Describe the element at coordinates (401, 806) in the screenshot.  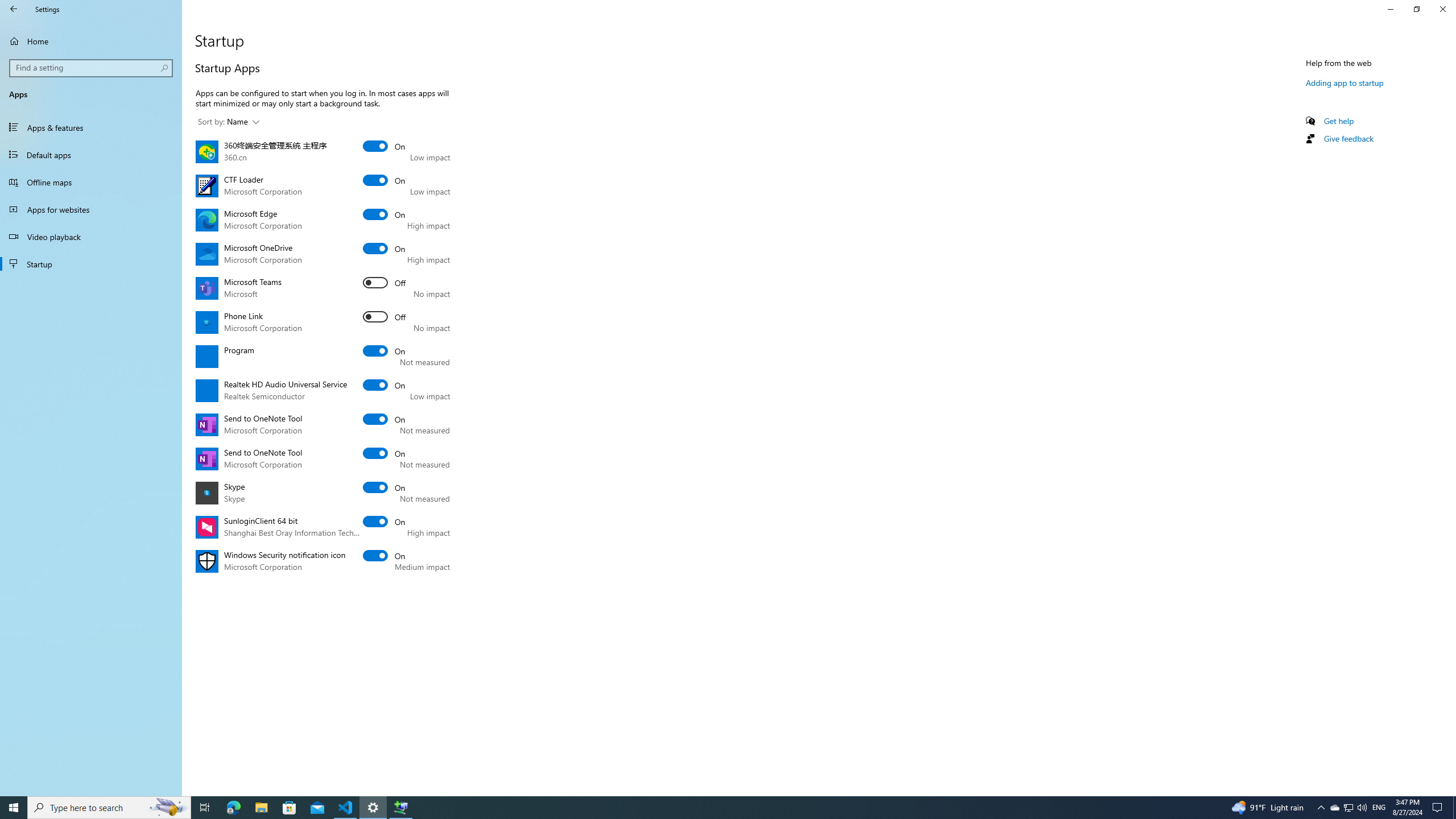
I see `'Extensible Wizards Host Process - 1 running window'` at that location.